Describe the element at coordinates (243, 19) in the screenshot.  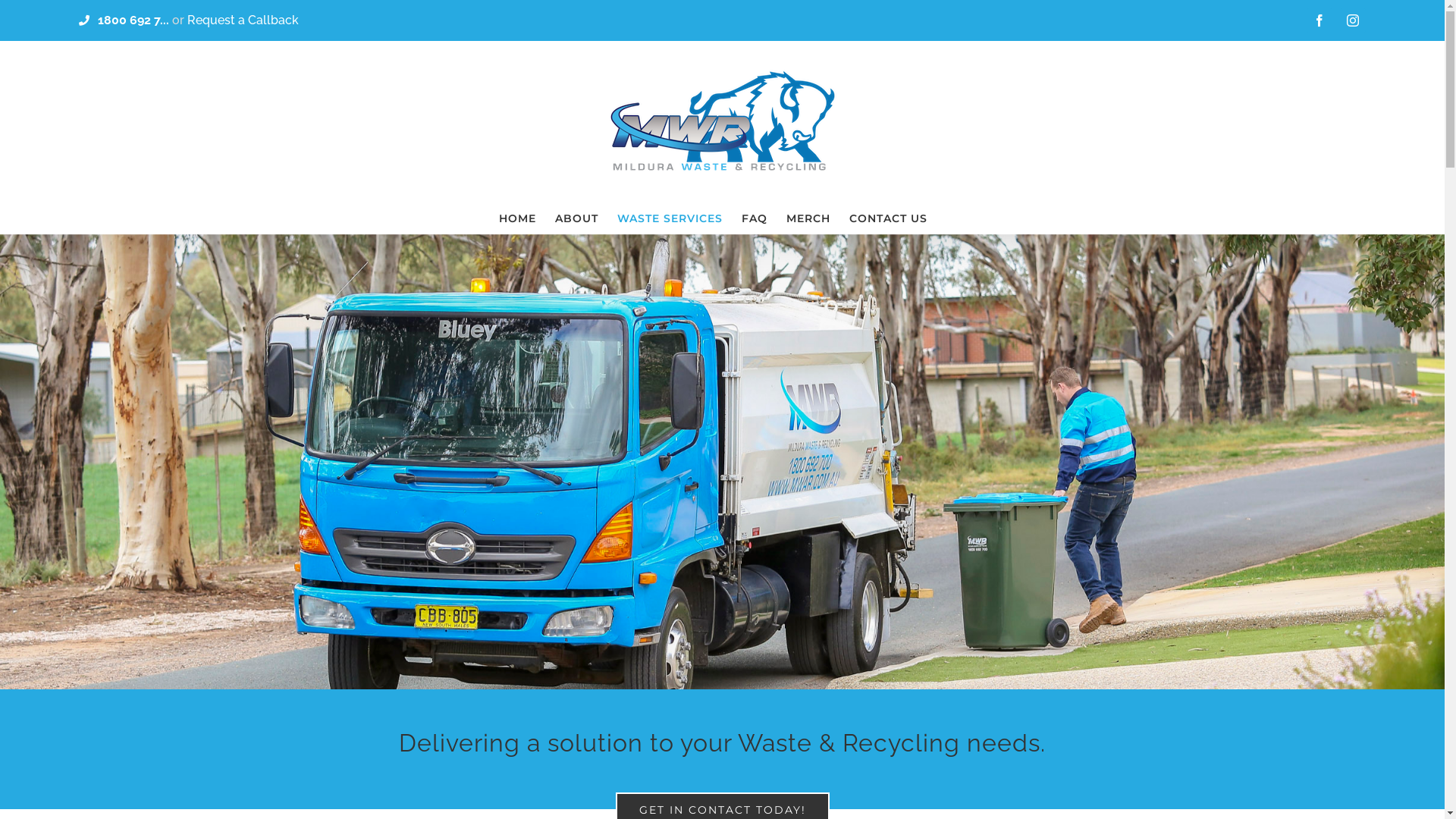
I see `'Request a Callback'` at that location.